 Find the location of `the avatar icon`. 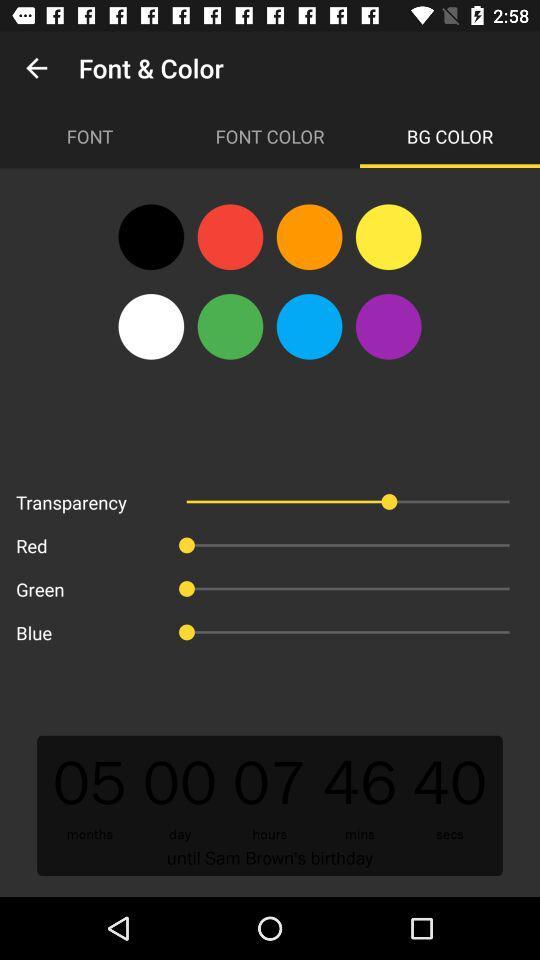

the avatar icon is located at coordinates (309, 237).